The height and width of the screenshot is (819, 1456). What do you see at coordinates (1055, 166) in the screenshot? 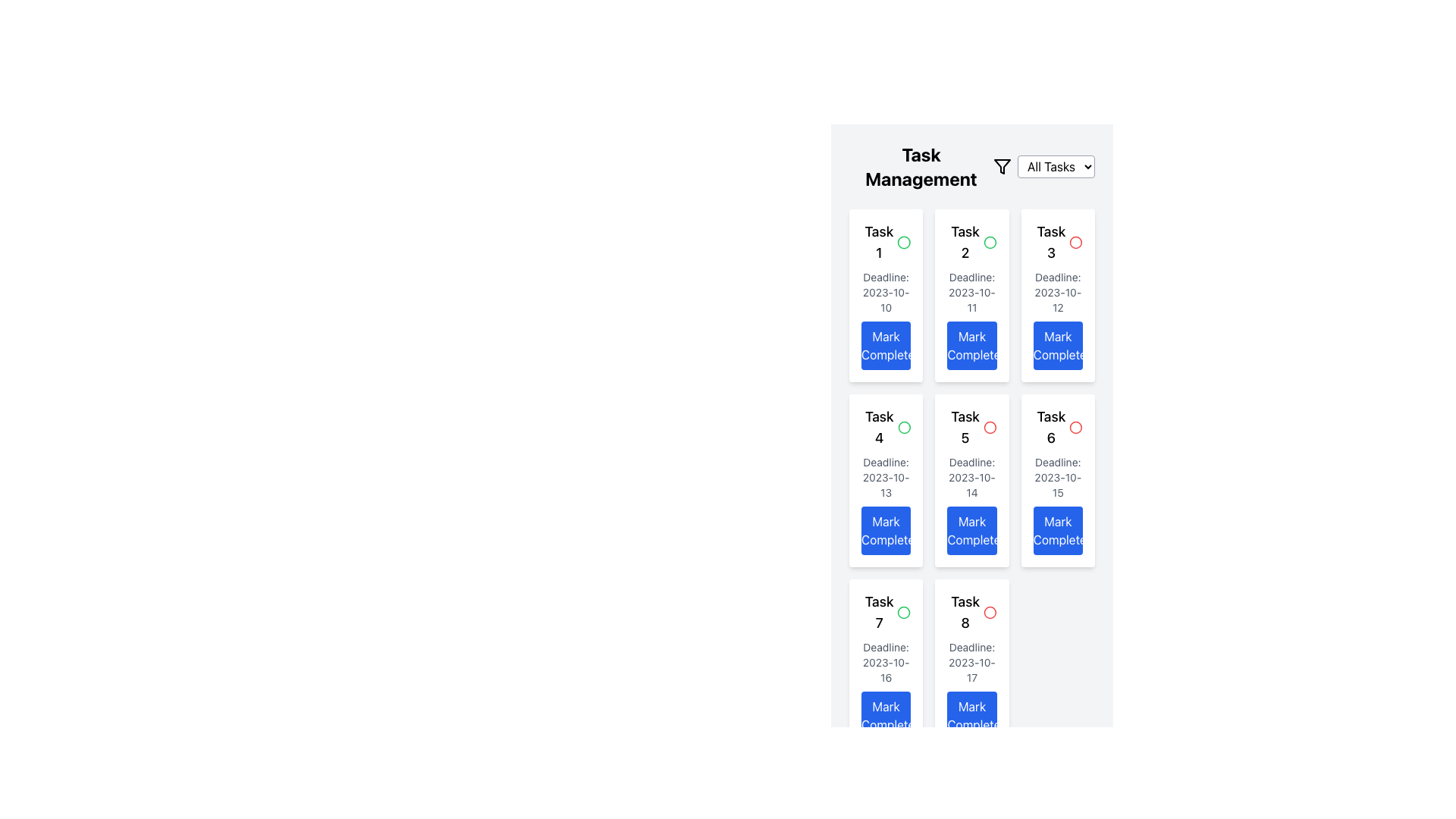
I see `the Dropdown button located in the top-right corner of the 'Task Management' interface` at bounding box center [1055, 166].